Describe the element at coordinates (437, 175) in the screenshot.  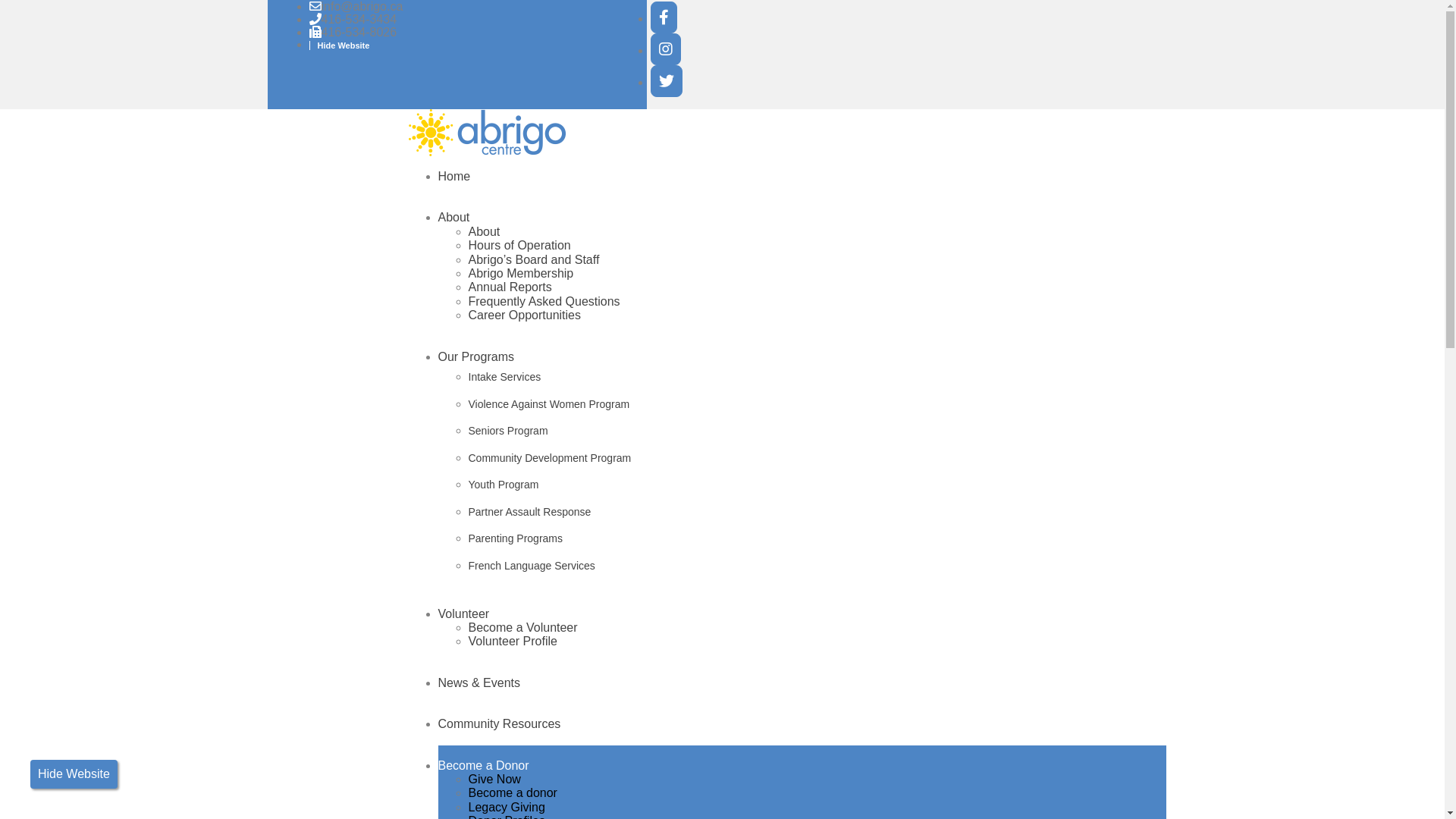
I see `'Home'` at that location.